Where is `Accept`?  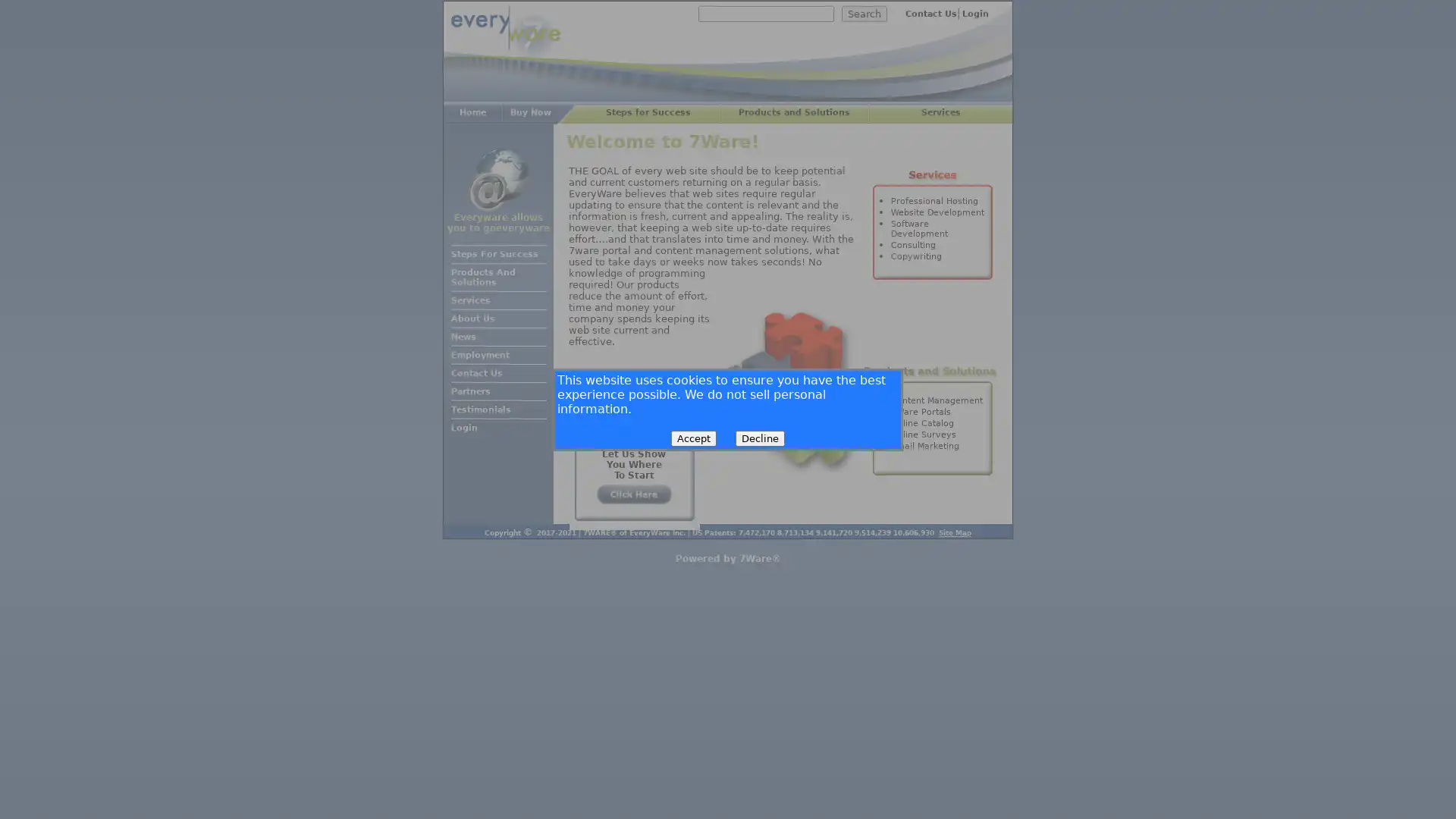 Accept is located at coordinates (693, 438).